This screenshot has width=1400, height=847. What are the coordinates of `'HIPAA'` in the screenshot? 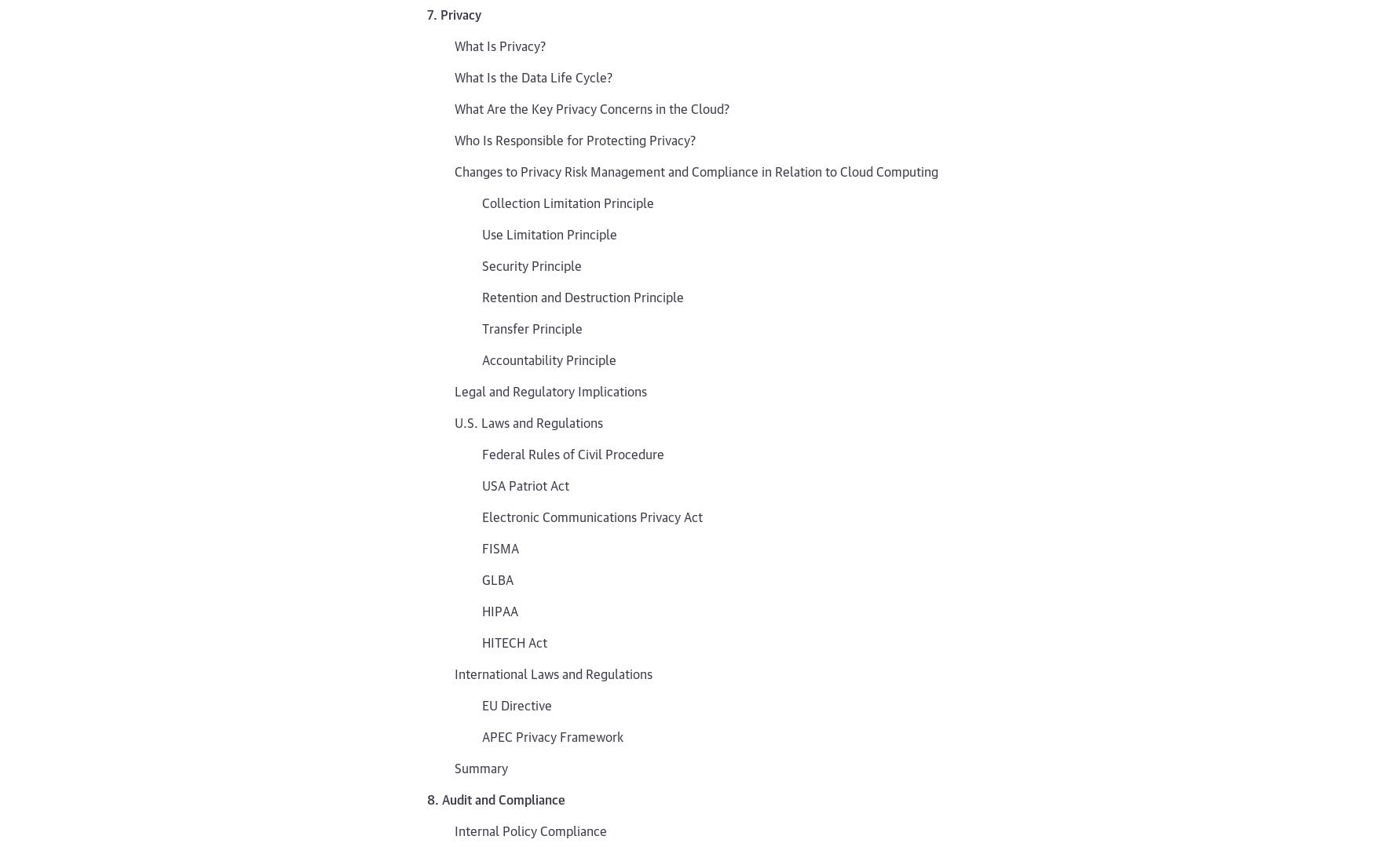 It's located at (500, 609).